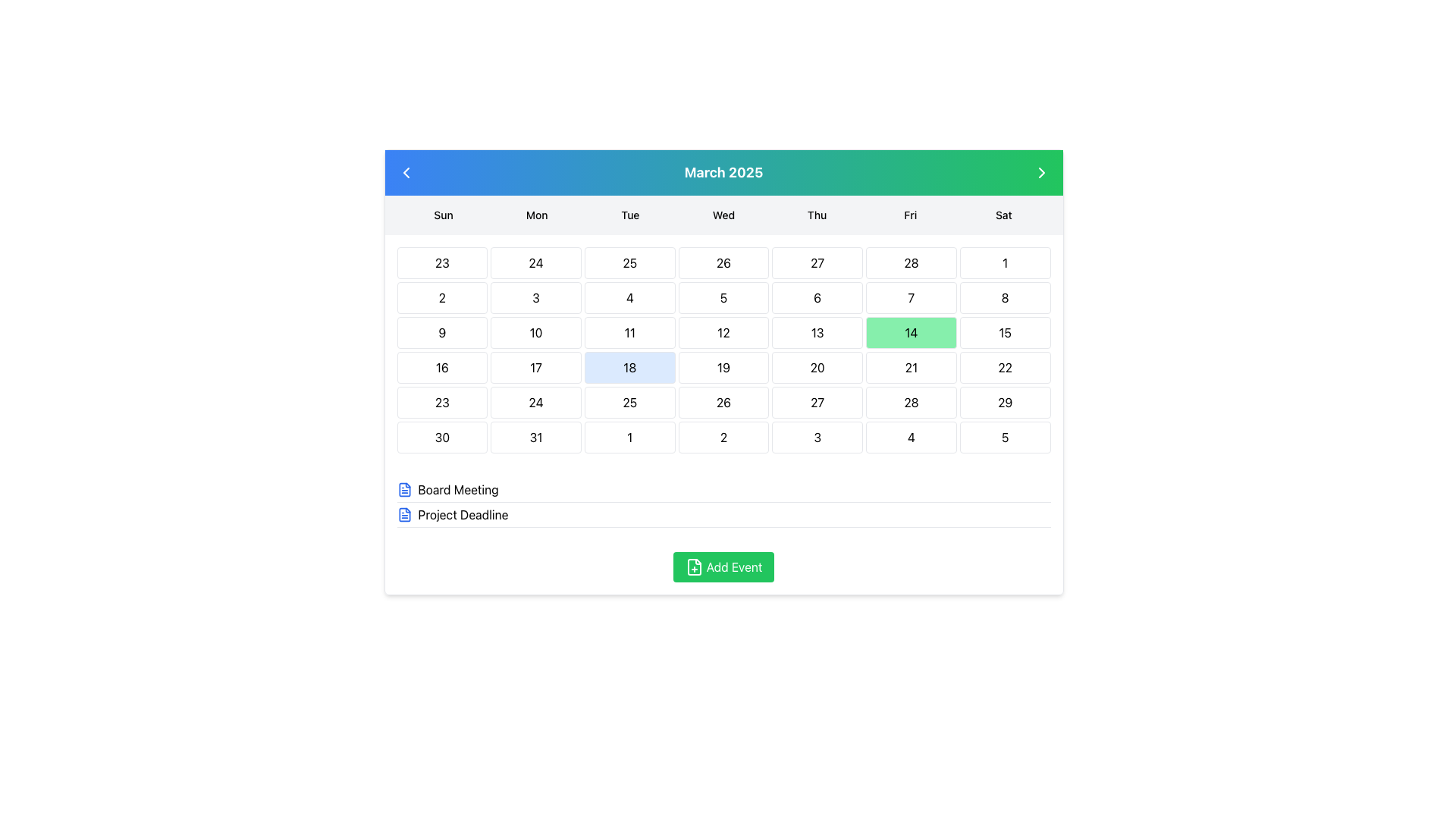 Image resolution: width=1456 pixels, height=819 pixels. Describe the element at coordinates (629, 438) in the screenshot. I see `the button labeled '1' in the calendar interface located in the last row and the fourth column under the header 'Tue'` at that location.